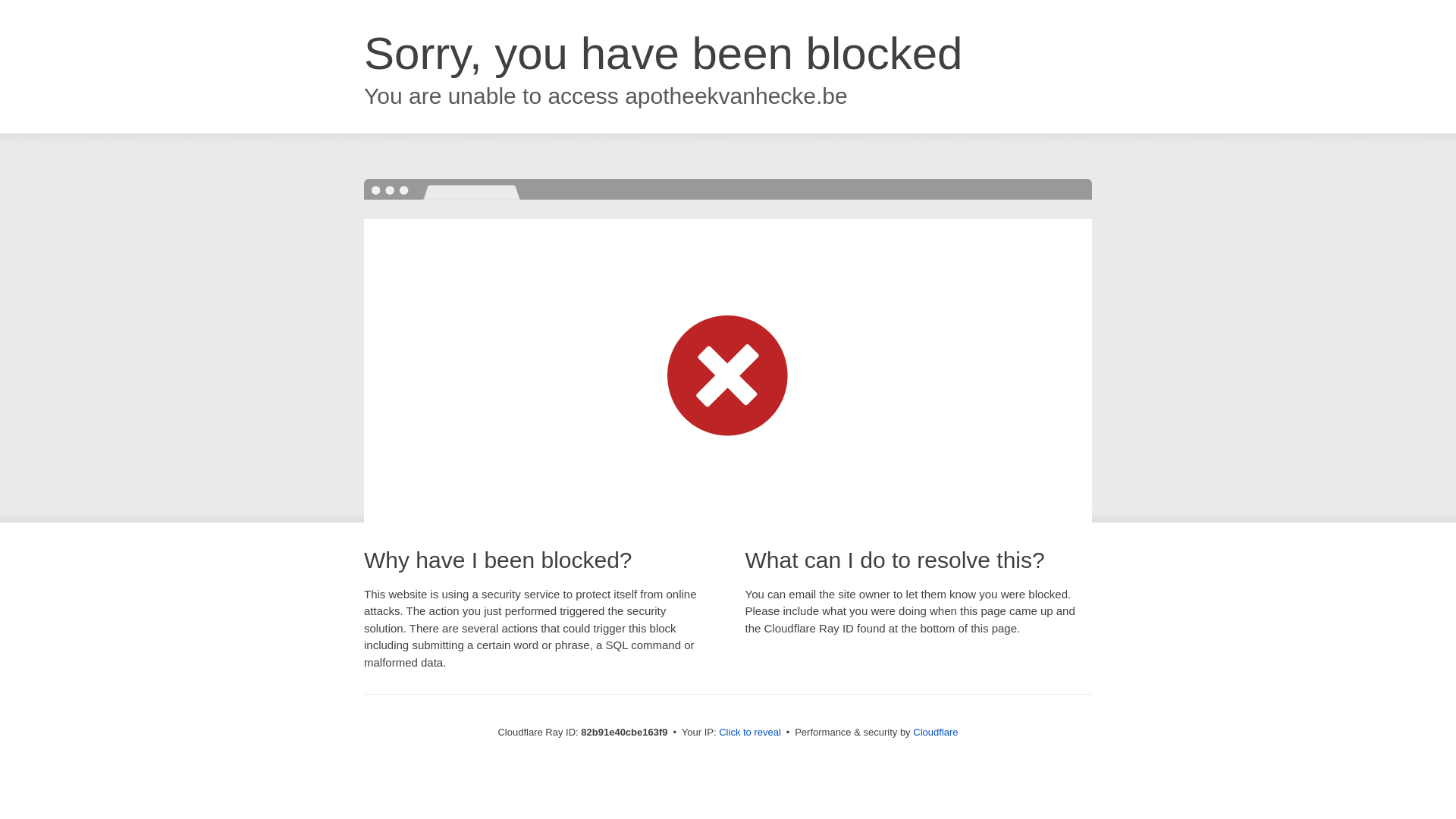 Image resolution: width=1456 pixels, height=819 pixels. What do you see at coordinates (749, 731) in the screenshot?
I see `'Click to reveal'` at bounding box center [749, 731].